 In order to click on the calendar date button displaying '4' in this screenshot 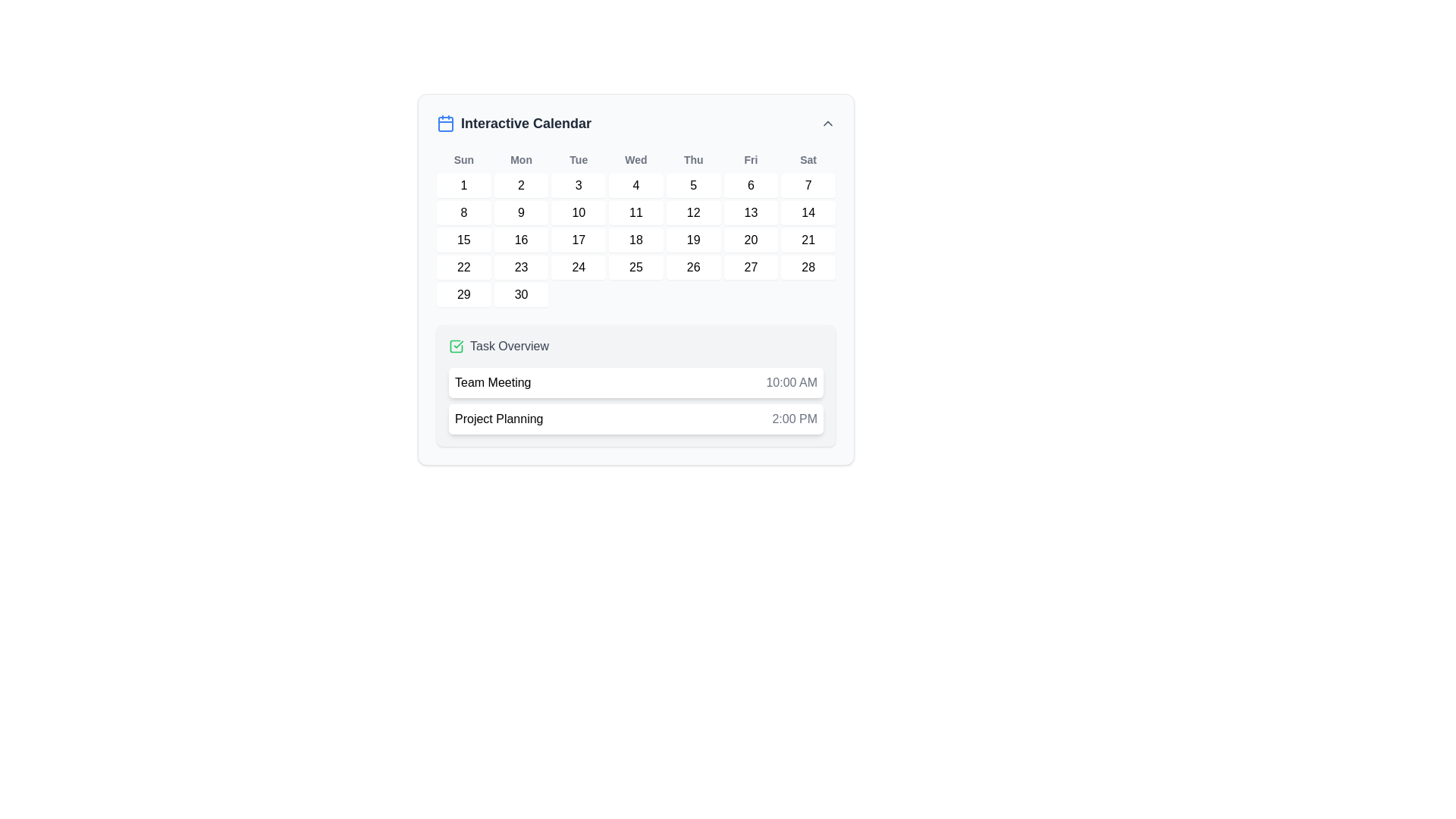, I will do `click(636, 185)`.